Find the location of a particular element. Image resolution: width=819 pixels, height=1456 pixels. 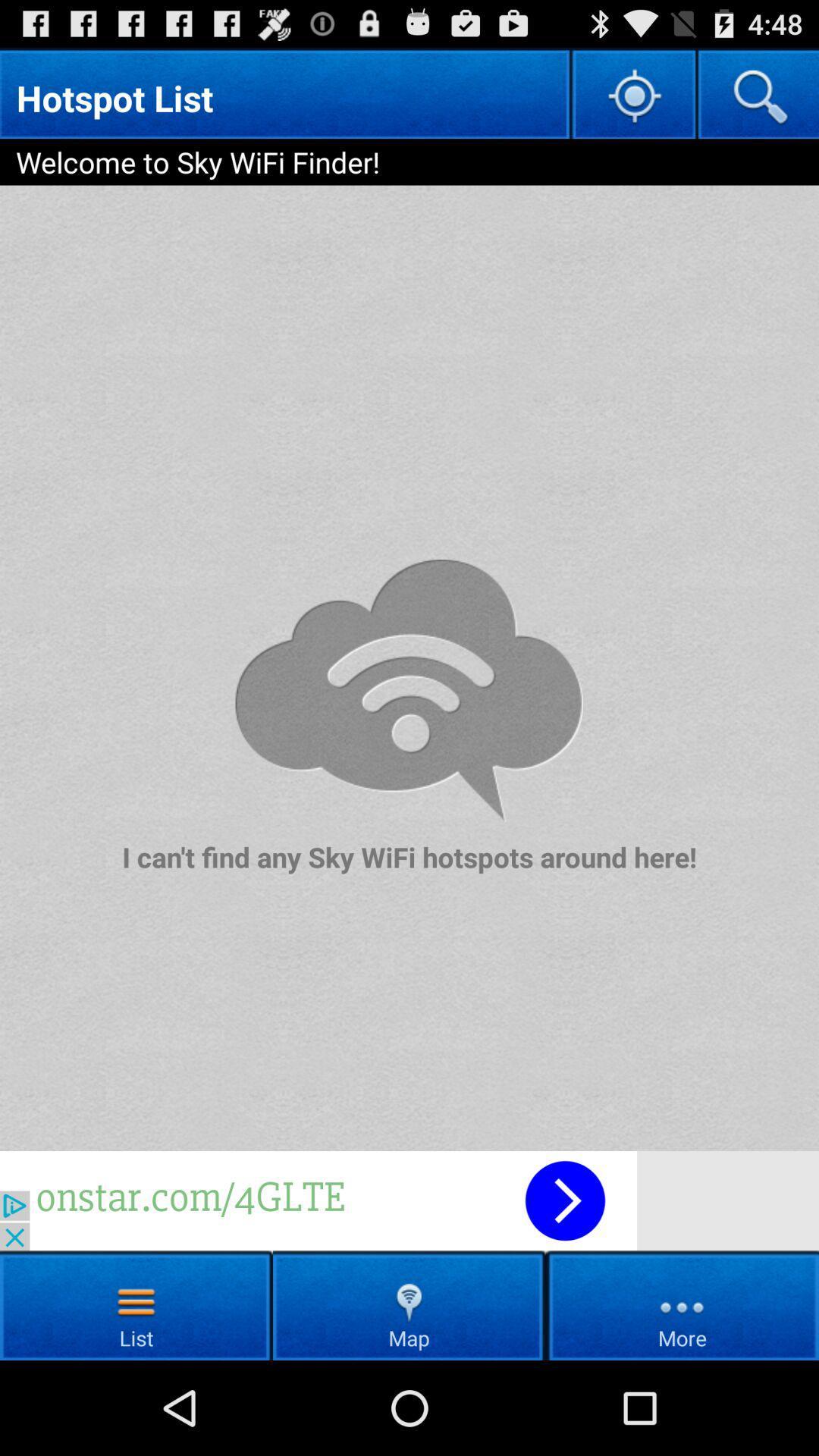

go back is located at coordinates (409, 1200).